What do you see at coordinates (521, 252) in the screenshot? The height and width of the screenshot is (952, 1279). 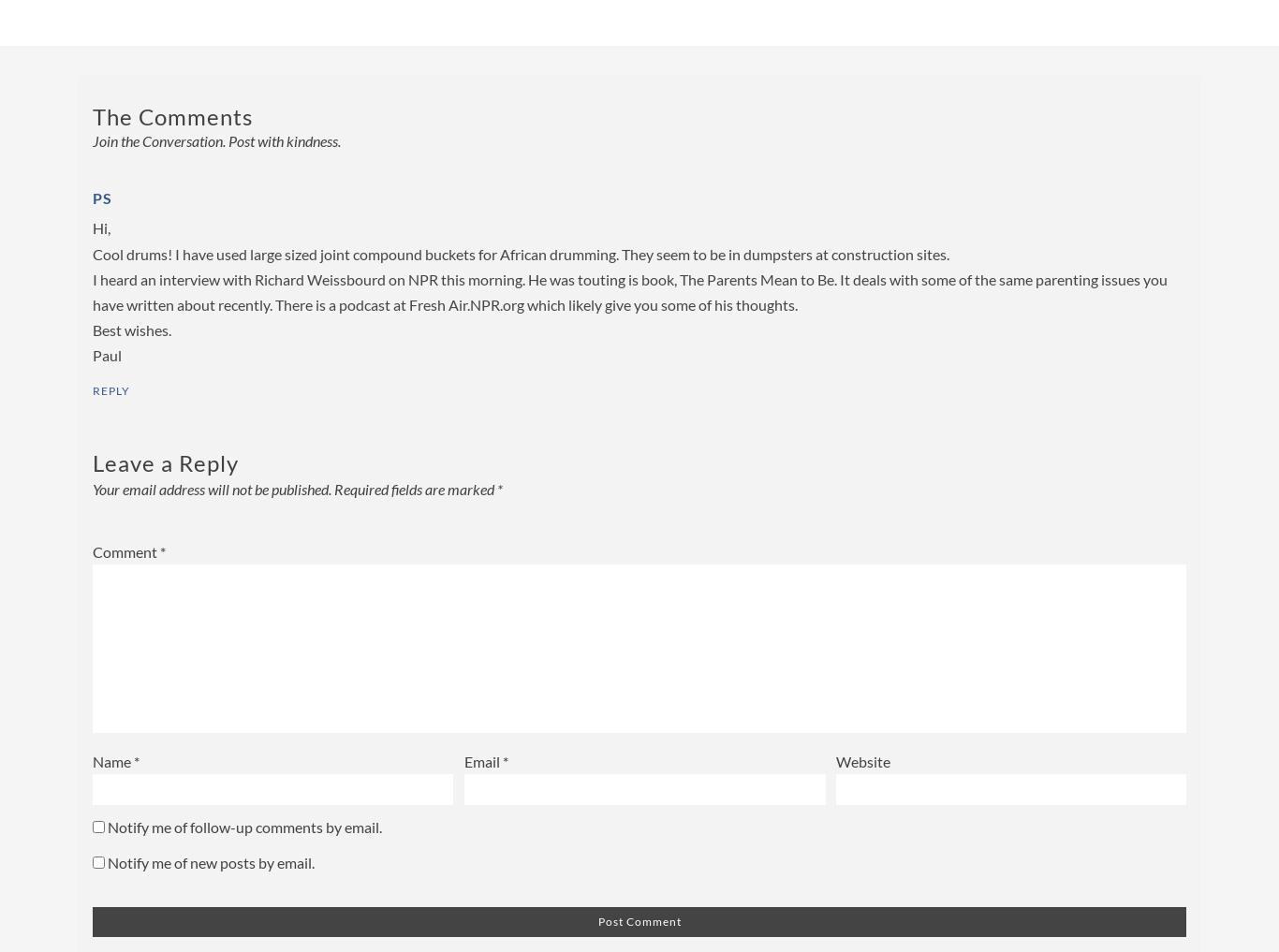 I see `'Cool drums!  I have used large sized joint compound buckets for African drumming.  They seem to be in dumpsters at construction sites.'` at bounding box center [521, 252].